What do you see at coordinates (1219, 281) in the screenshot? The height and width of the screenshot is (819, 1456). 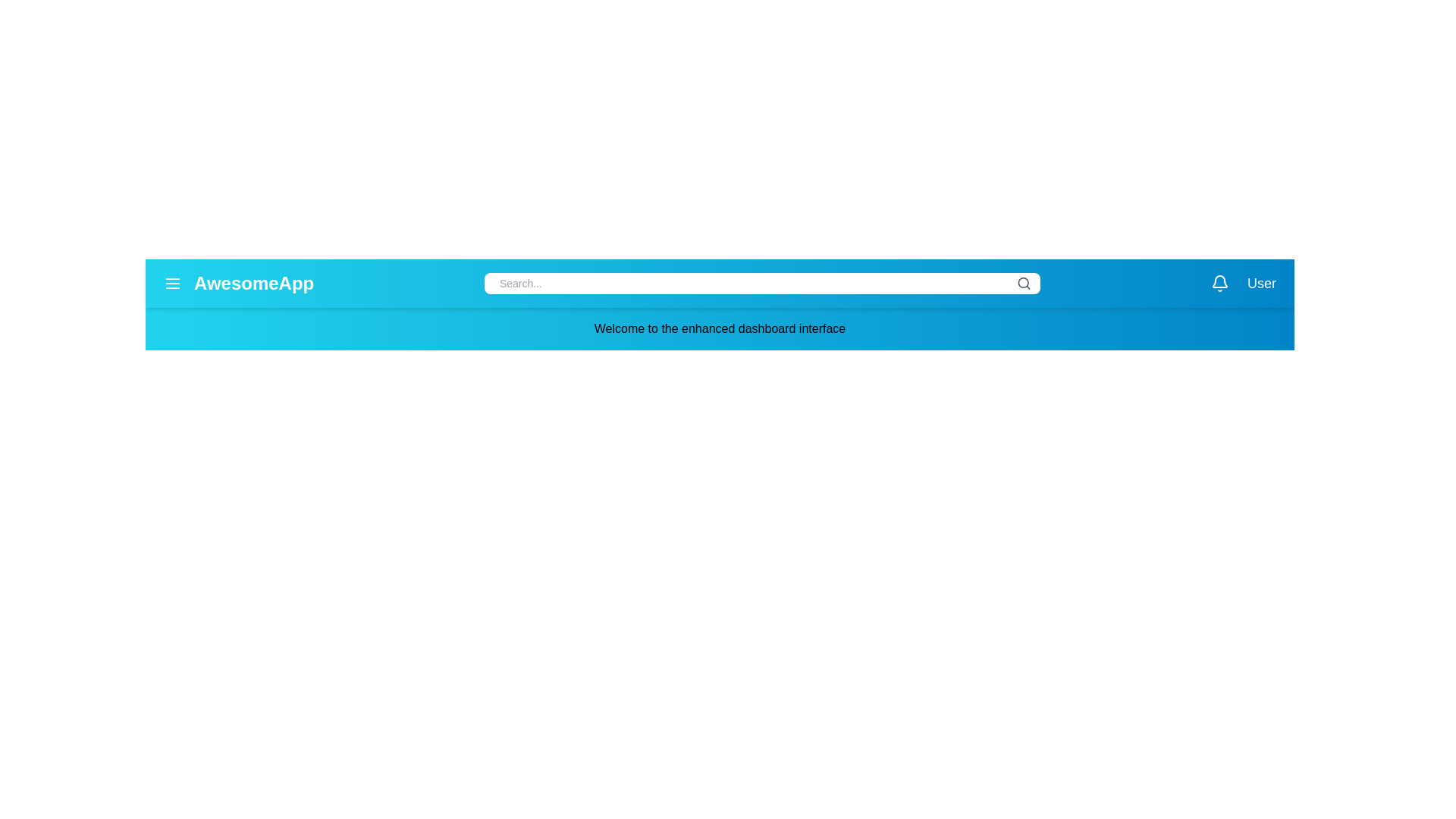 I see `the bell icon on the far right of the top header bar` at bounding box center [1219, 281].